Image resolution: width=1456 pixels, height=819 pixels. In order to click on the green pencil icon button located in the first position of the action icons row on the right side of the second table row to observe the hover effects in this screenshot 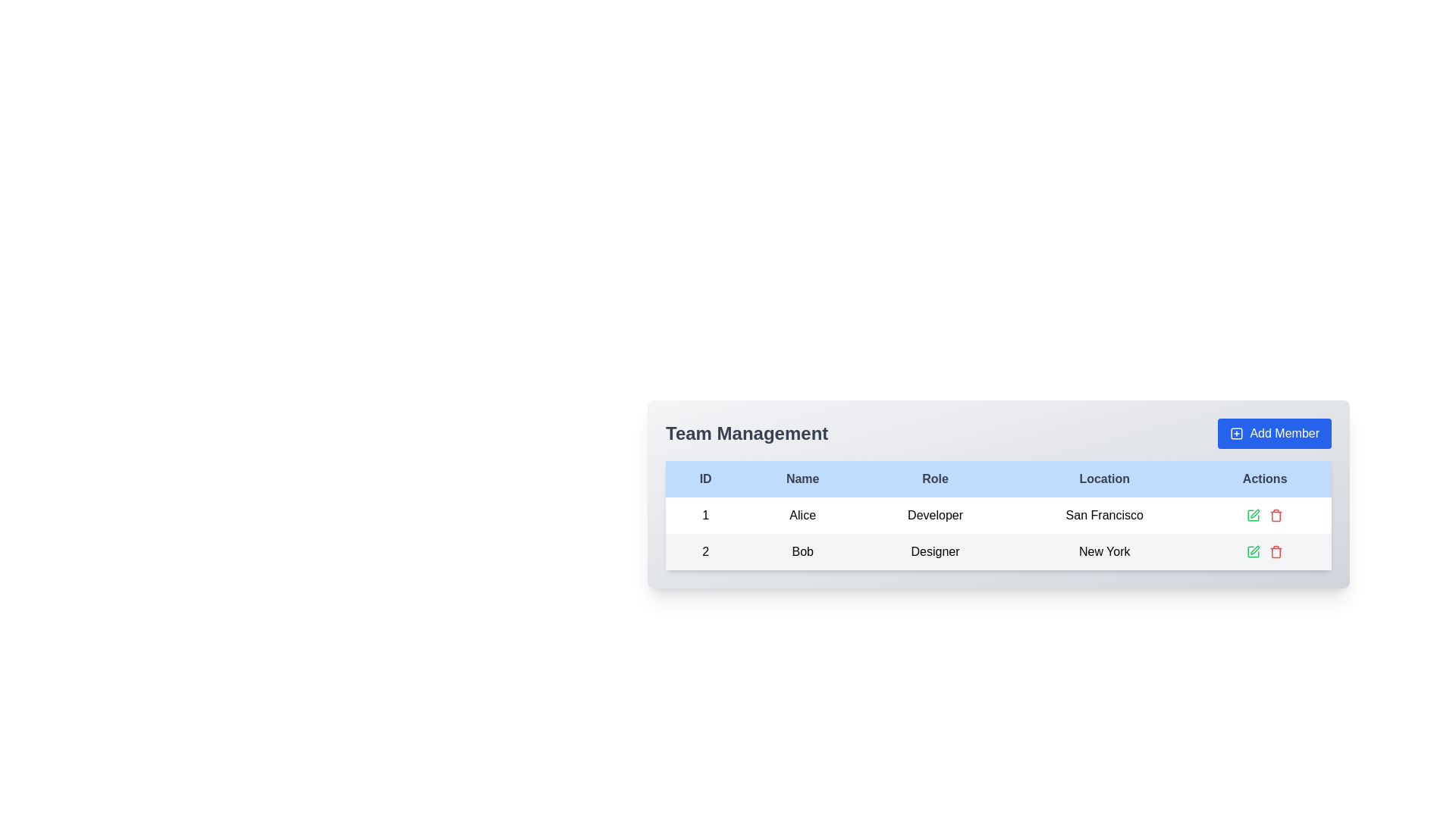, I will do `click(1254, 514)`.